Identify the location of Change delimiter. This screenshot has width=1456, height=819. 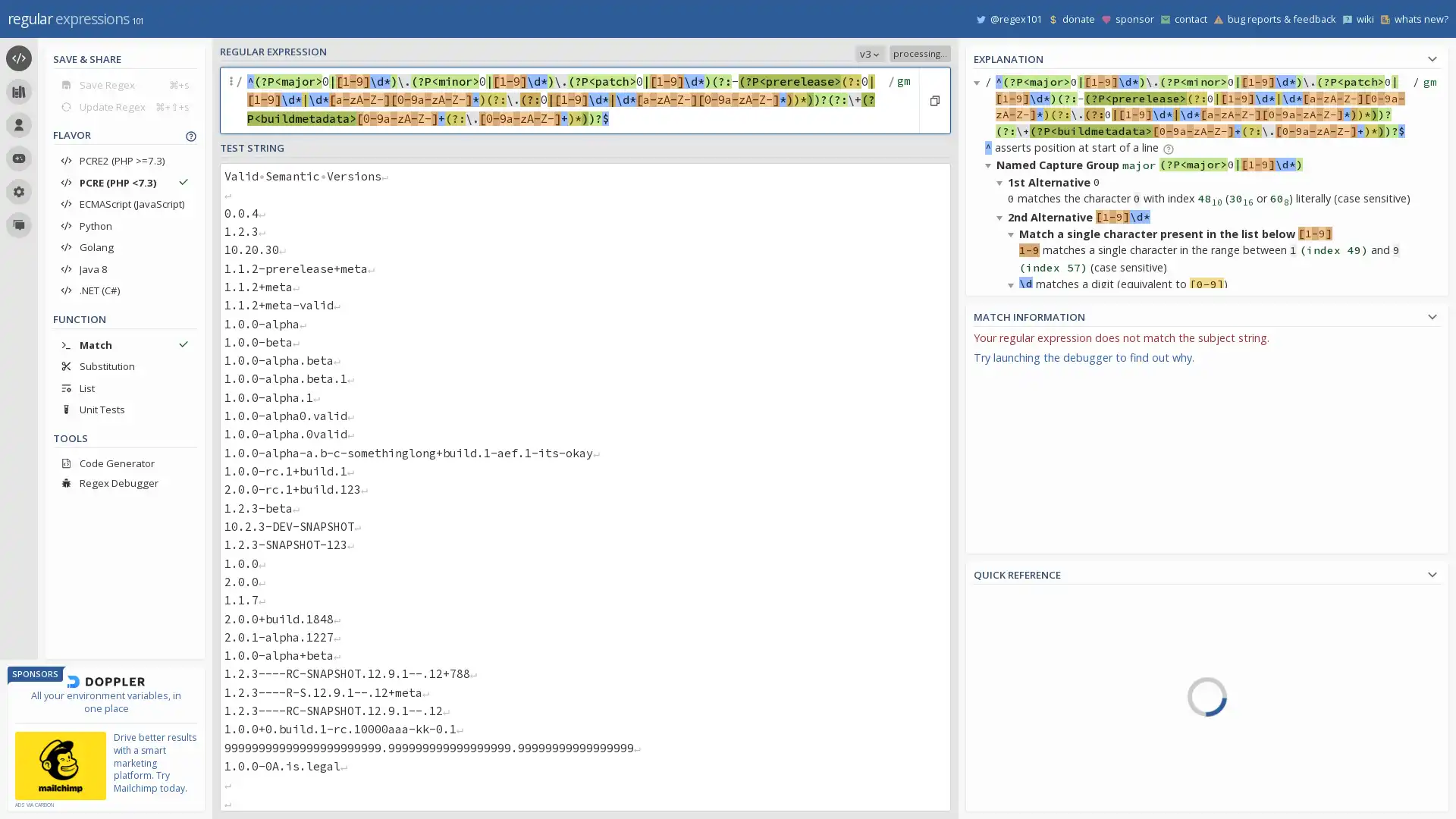
(232, 100).